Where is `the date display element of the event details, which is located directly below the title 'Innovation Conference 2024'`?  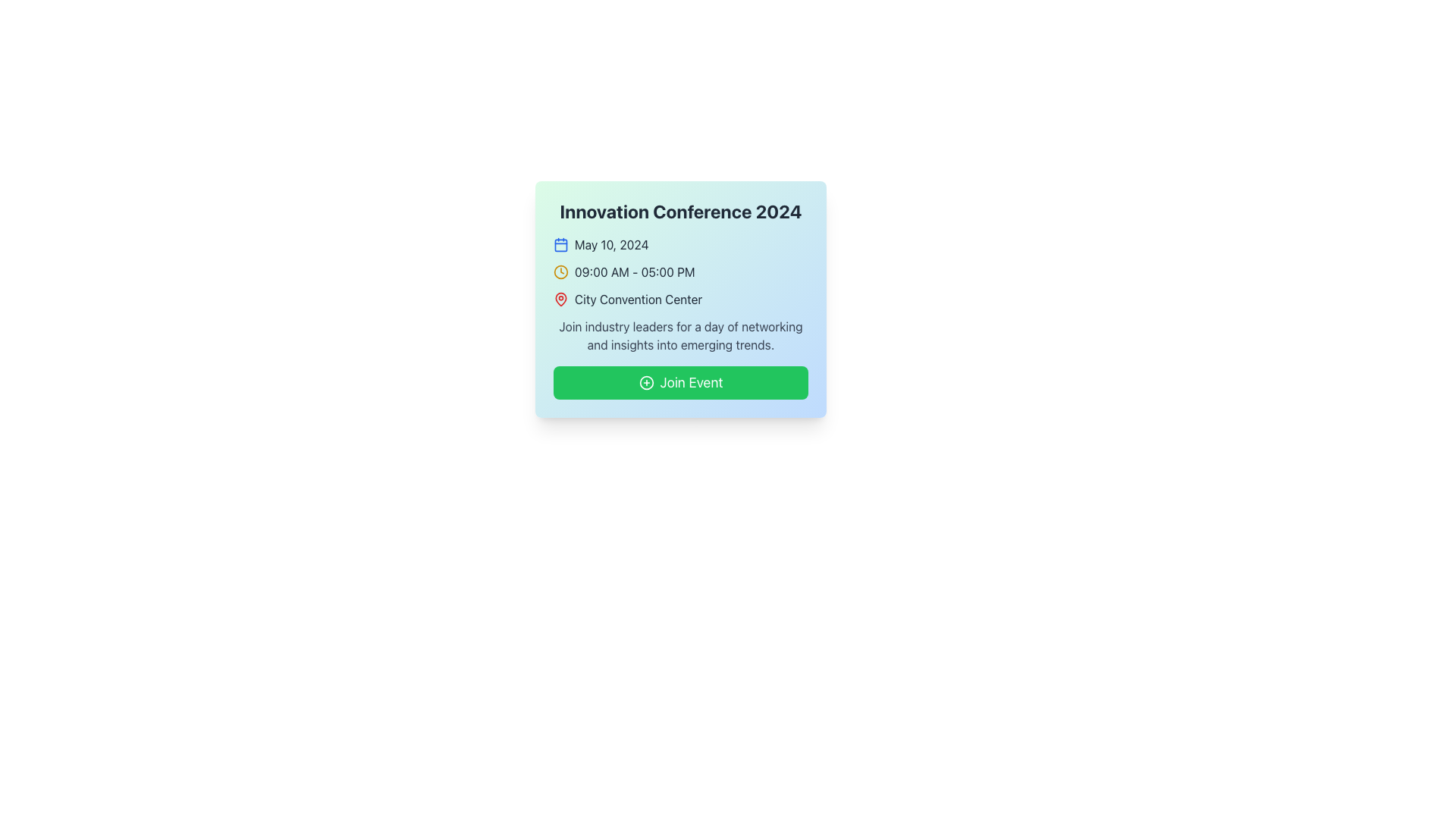 the date display element of the event details, which is located directly below the title 'Innovation Conference 2024' is located at coordinates (679, 244).